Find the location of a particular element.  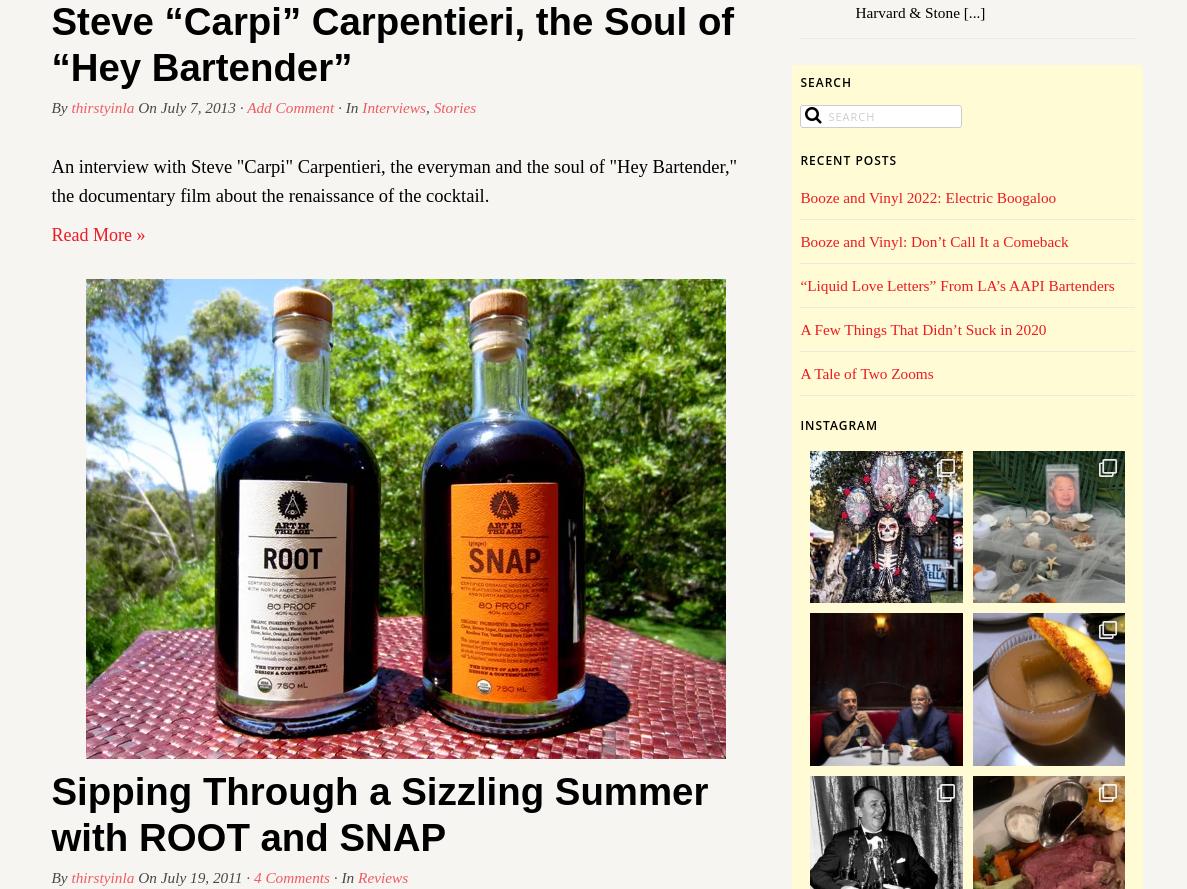

'Stories' is located at coordinates (432, 106).